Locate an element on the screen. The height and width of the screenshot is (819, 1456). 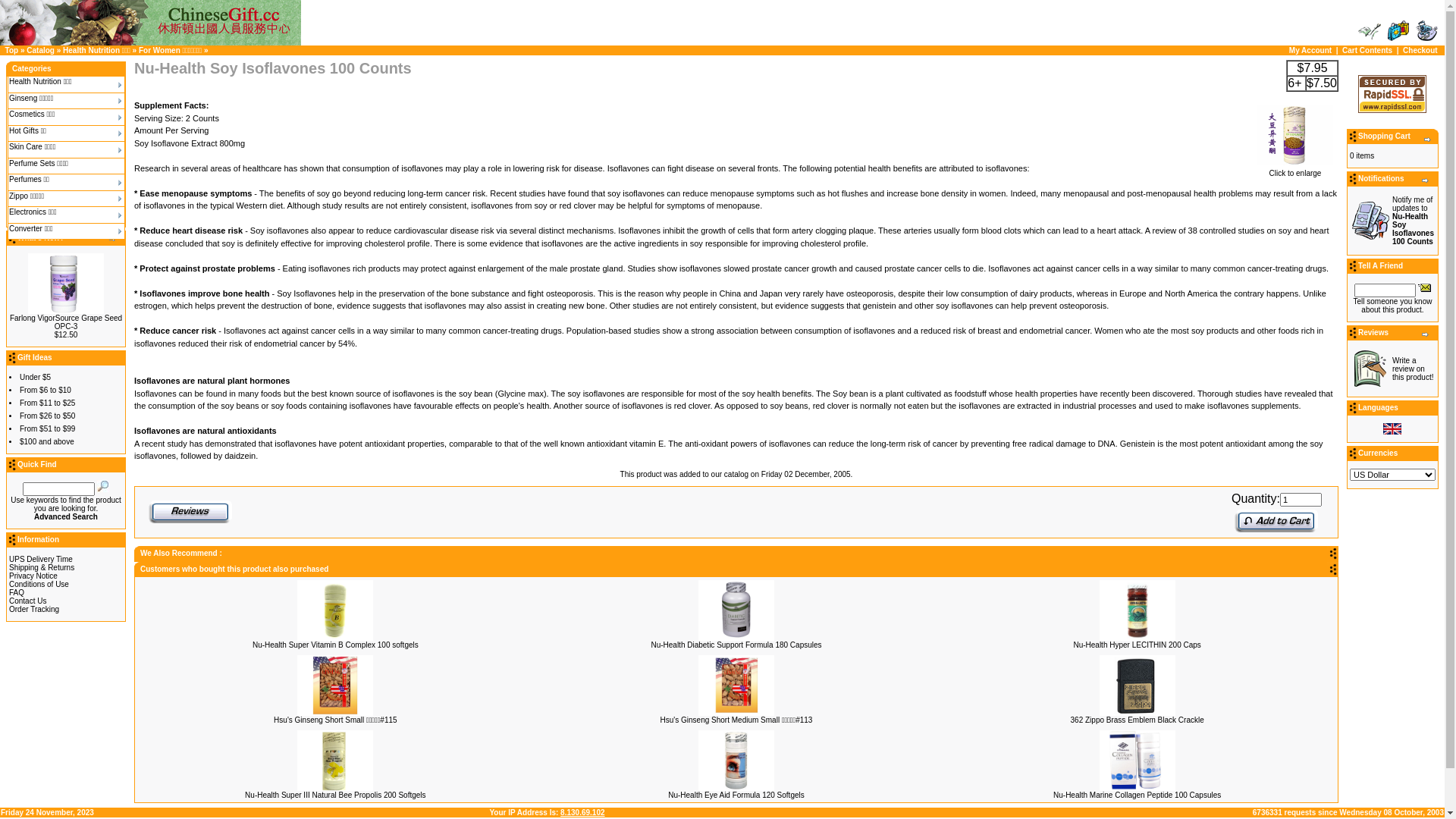
'Checkout' is located at coordinates (1419, 49).